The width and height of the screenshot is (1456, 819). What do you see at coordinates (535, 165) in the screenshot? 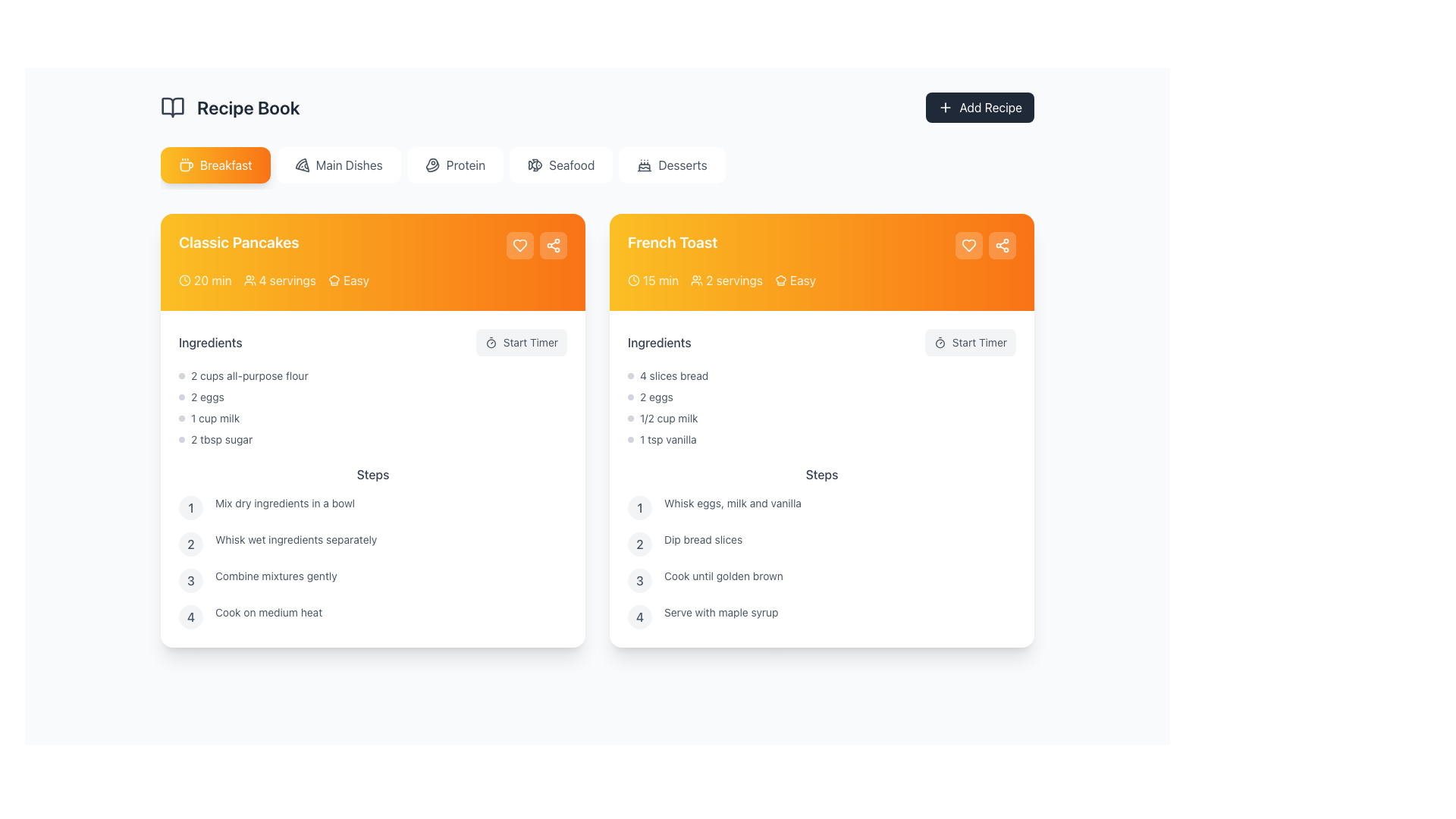
I see `the fish icon in the navigation bar, located to the left of the 'Seafood' label` at bounding box center [535, 165].